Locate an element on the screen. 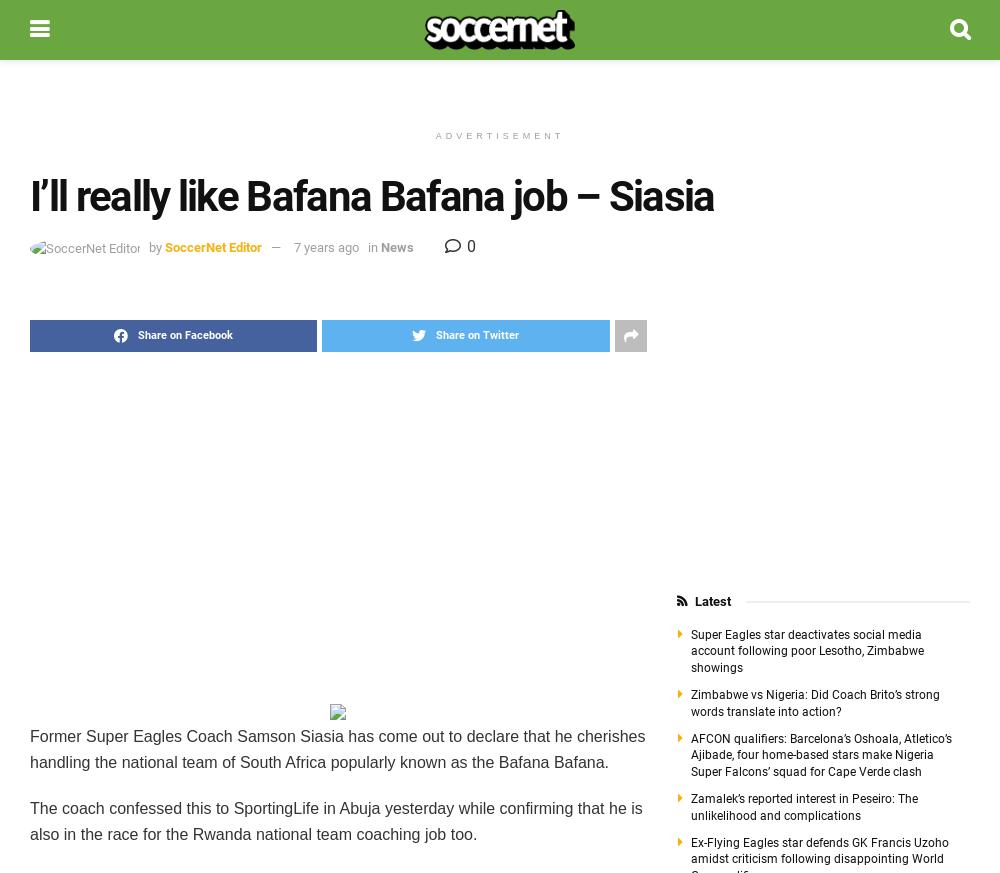 The width and height of the screenshot is (1000, 873). 'The coach confessed this to SportingLife in Abuja yesterday while confirming that he is also in the race for the Rwanda national team coaching job too.' is located at coordinates (30, 821).